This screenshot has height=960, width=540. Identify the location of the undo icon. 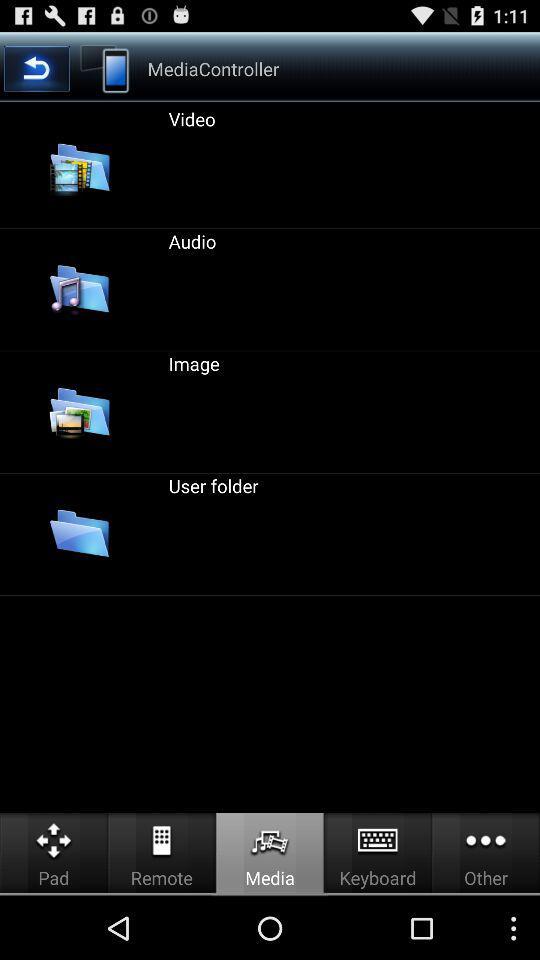
(36, 74).